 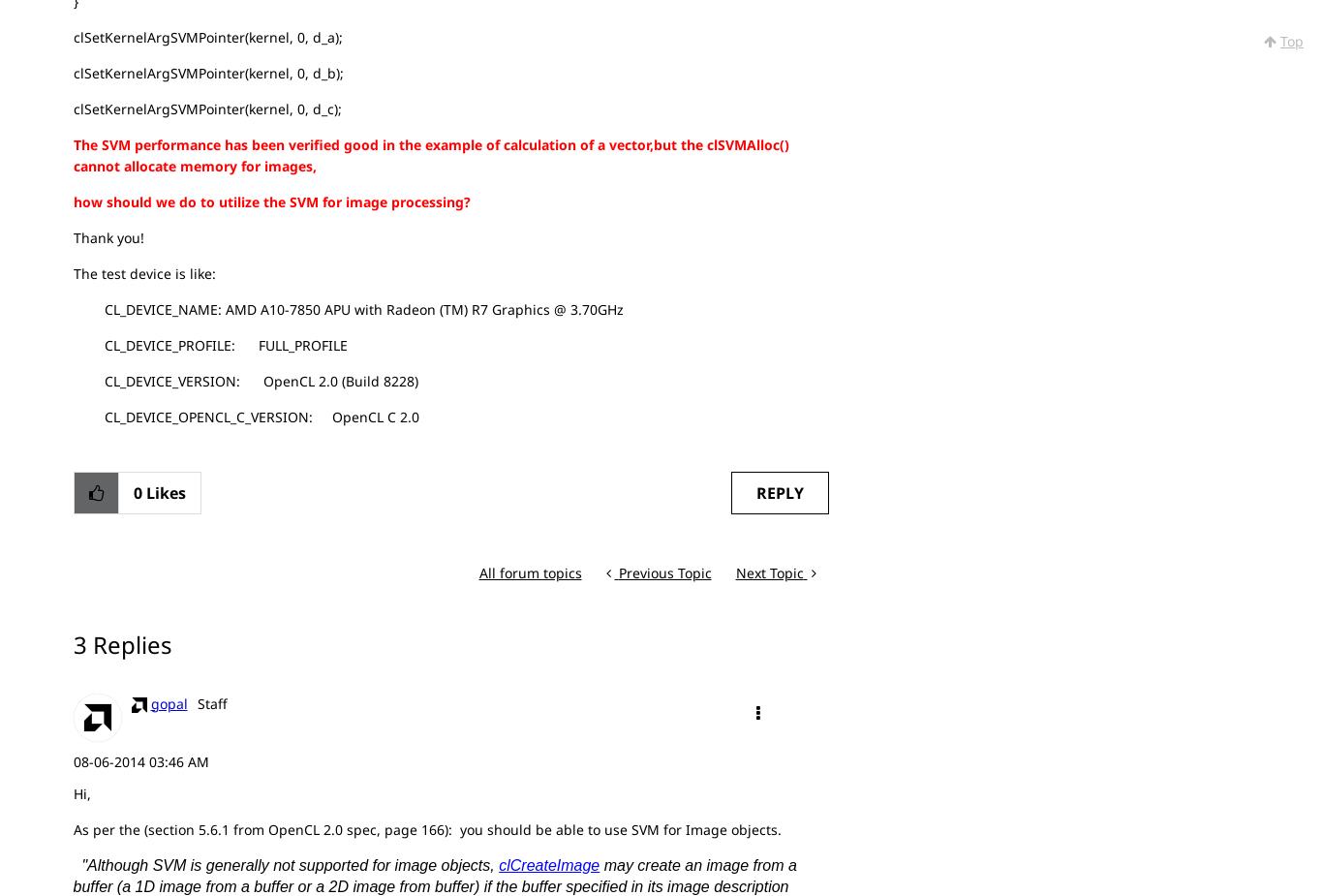 What do you see at coordinates (108, 235) in the screenshot?
I see `'Thank you!'` at bounding box center [108, 235].